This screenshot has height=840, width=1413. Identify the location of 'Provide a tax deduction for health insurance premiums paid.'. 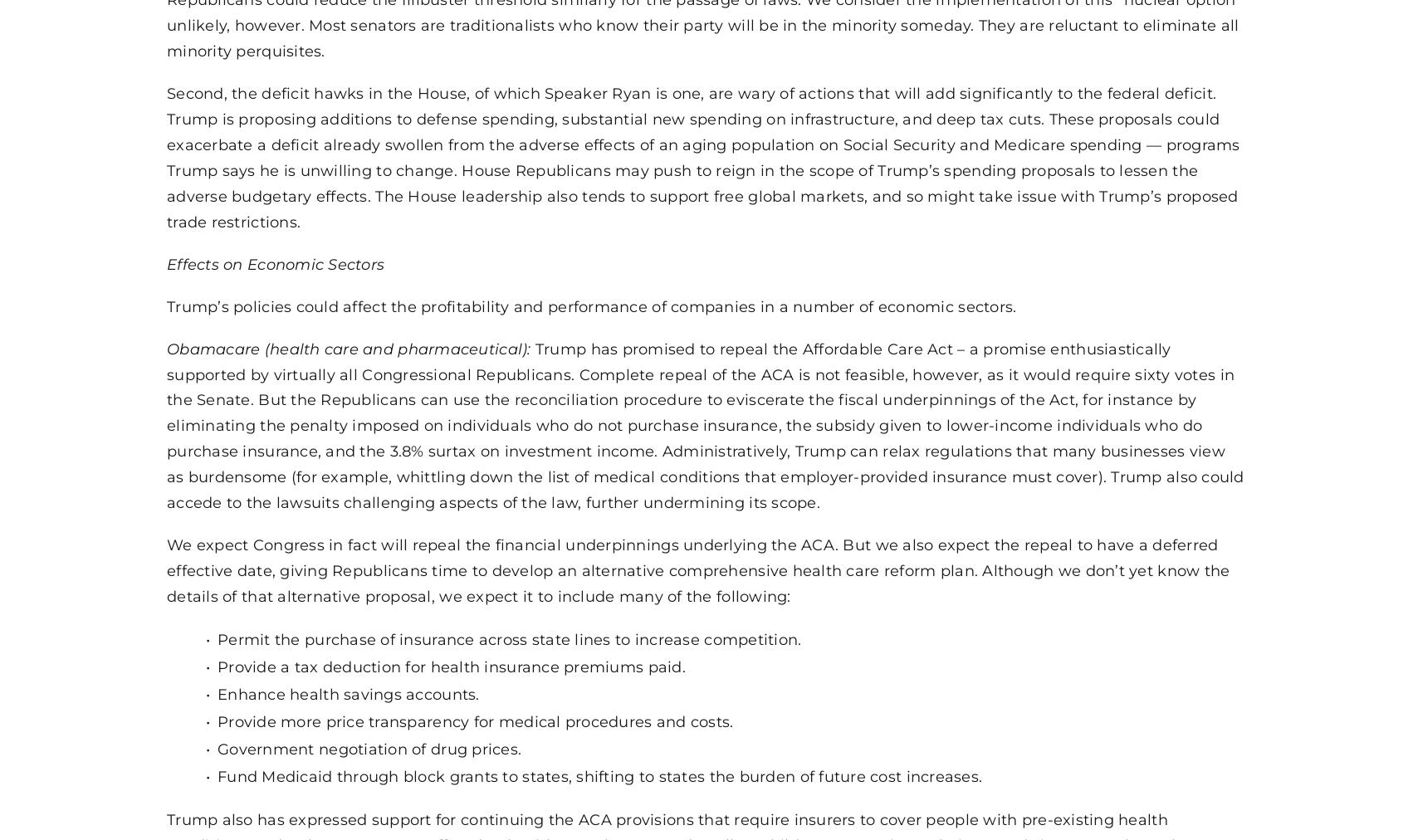
(450, 666).